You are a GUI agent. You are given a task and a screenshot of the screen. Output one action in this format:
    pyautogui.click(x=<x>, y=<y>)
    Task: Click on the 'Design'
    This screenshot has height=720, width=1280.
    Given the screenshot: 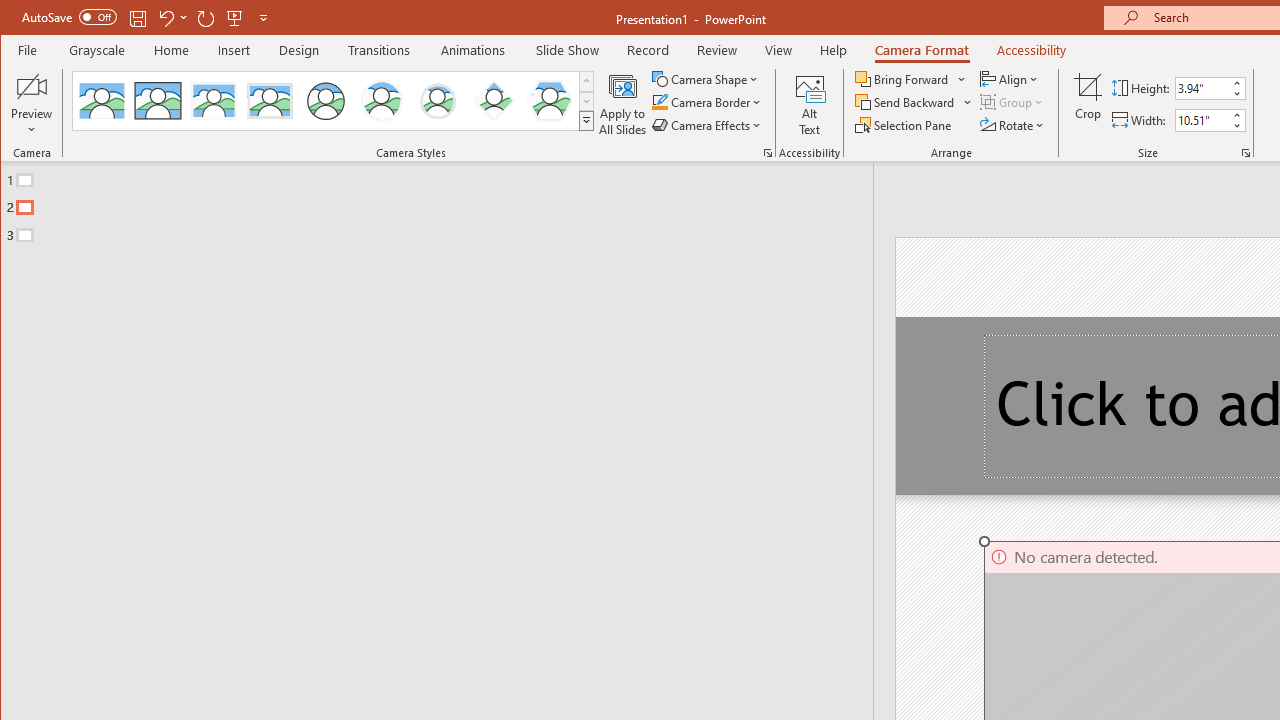 What is the action you would take?
    pyautogui.click(x=298, y=49)
    